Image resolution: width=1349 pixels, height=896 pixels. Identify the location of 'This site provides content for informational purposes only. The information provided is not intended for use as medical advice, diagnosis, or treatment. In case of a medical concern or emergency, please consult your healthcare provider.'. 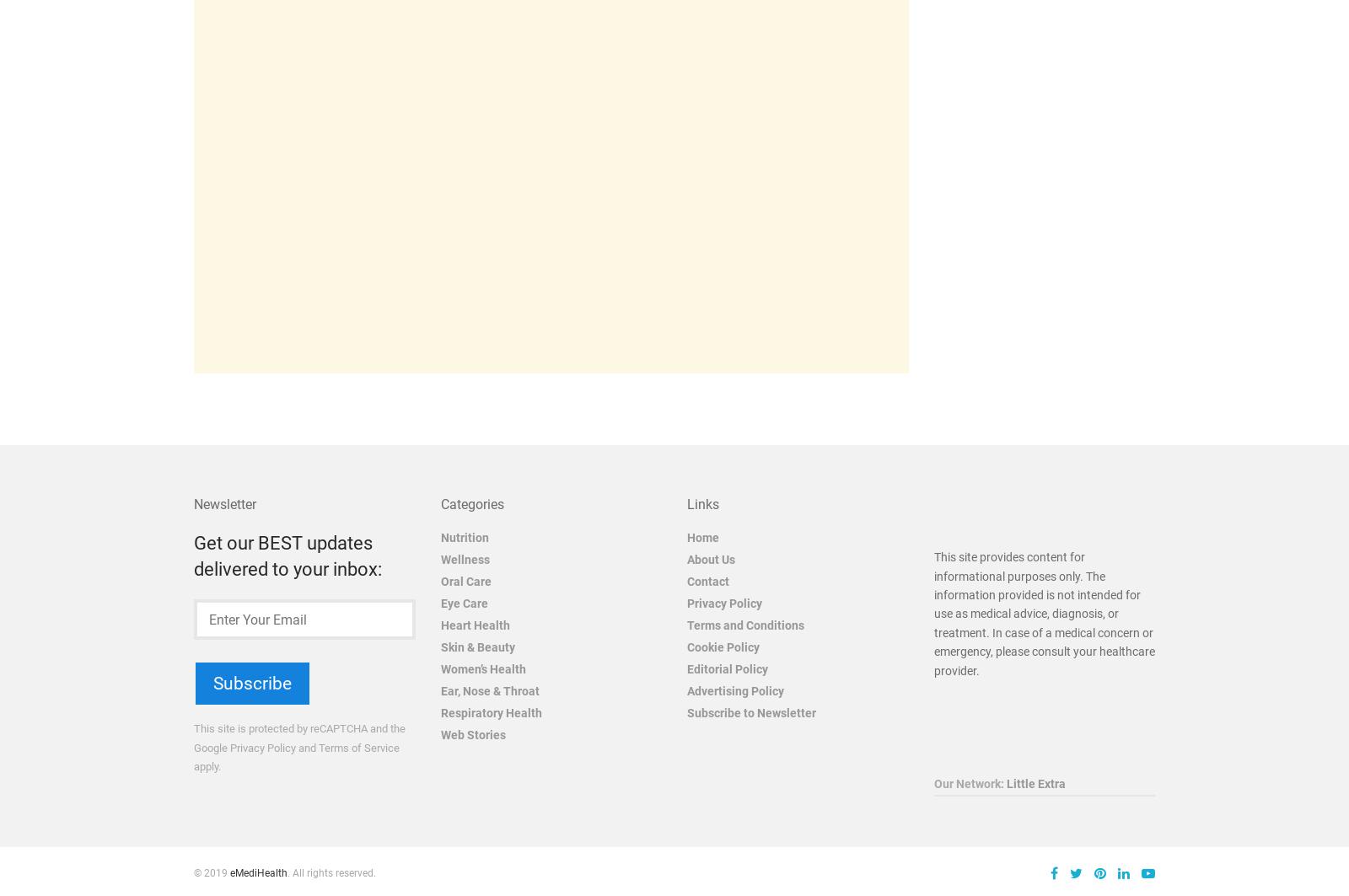
(933, 613).